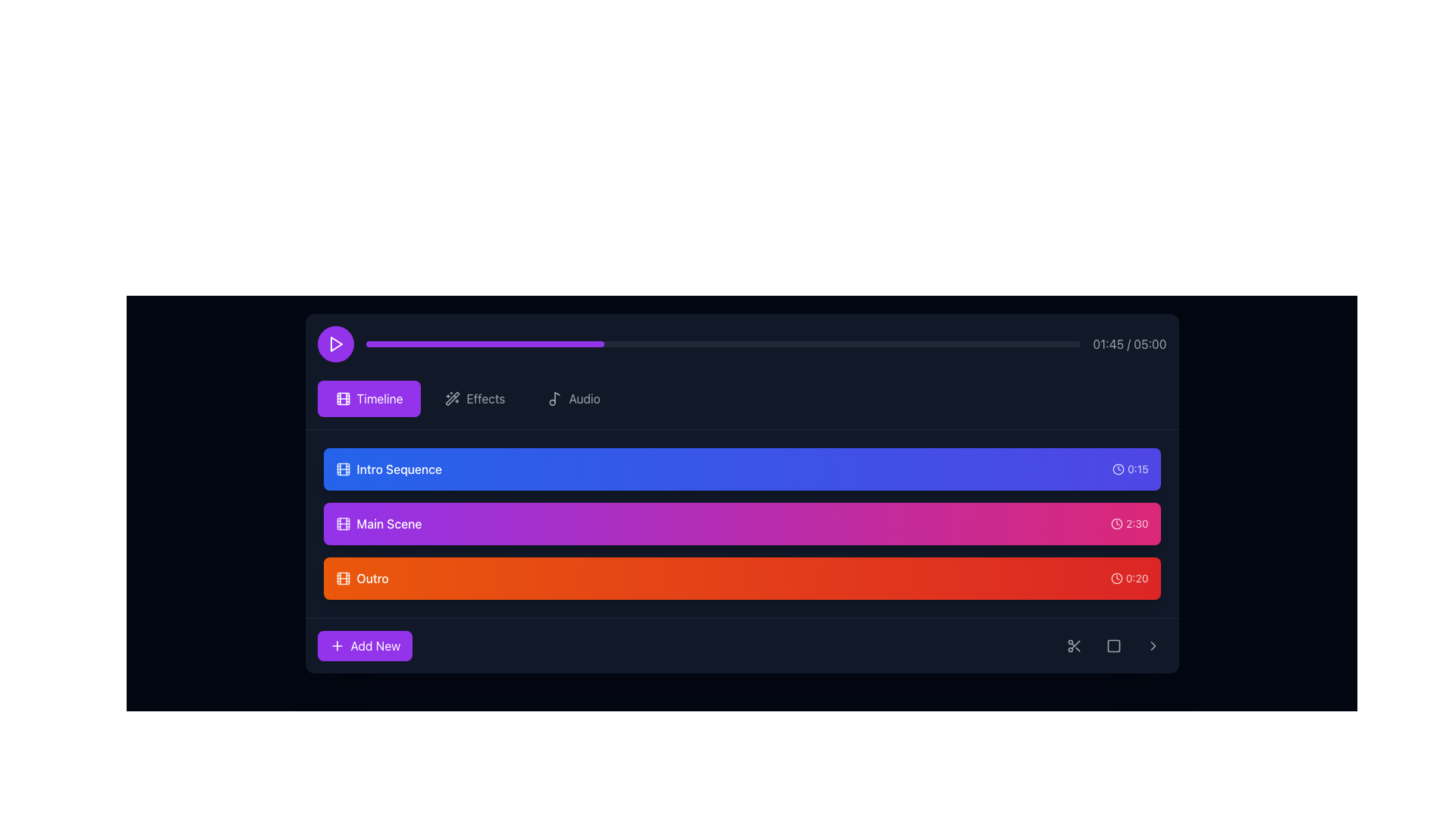 Image resolution: width=1456 pixels, height=819 pixels. I want to click on the triangular play icon with a purple fill located at the top-left corner of the panel for keyboard navigation, so click(335, 344).